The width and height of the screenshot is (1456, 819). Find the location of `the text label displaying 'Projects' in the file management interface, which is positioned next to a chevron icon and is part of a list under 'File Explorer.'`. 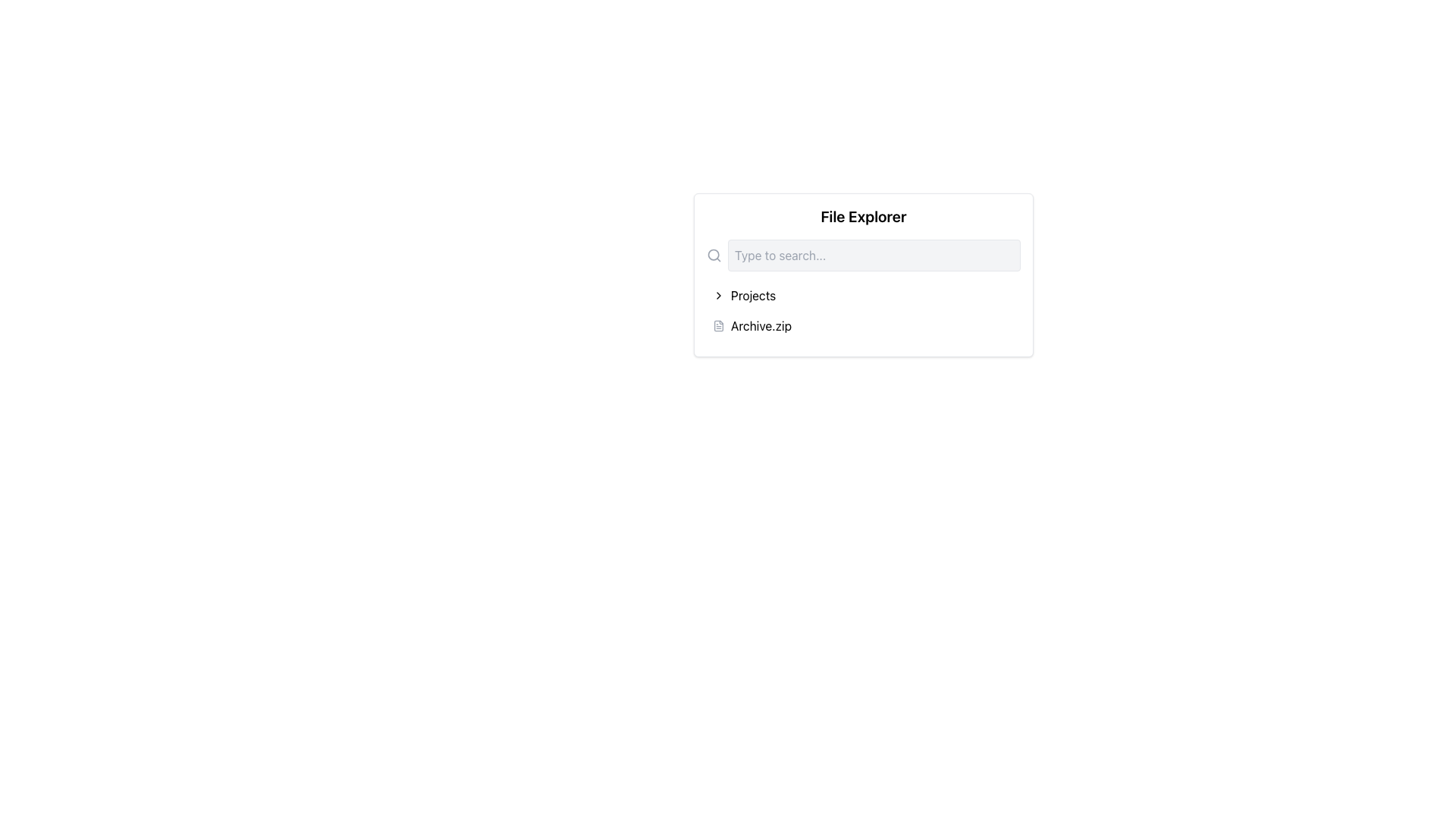

the text label displaying 'Projects' in the file management interface, which is positioned next to a chevron icon and is part of a list under 'File Explorer.' is located at coordinates (753, 295).